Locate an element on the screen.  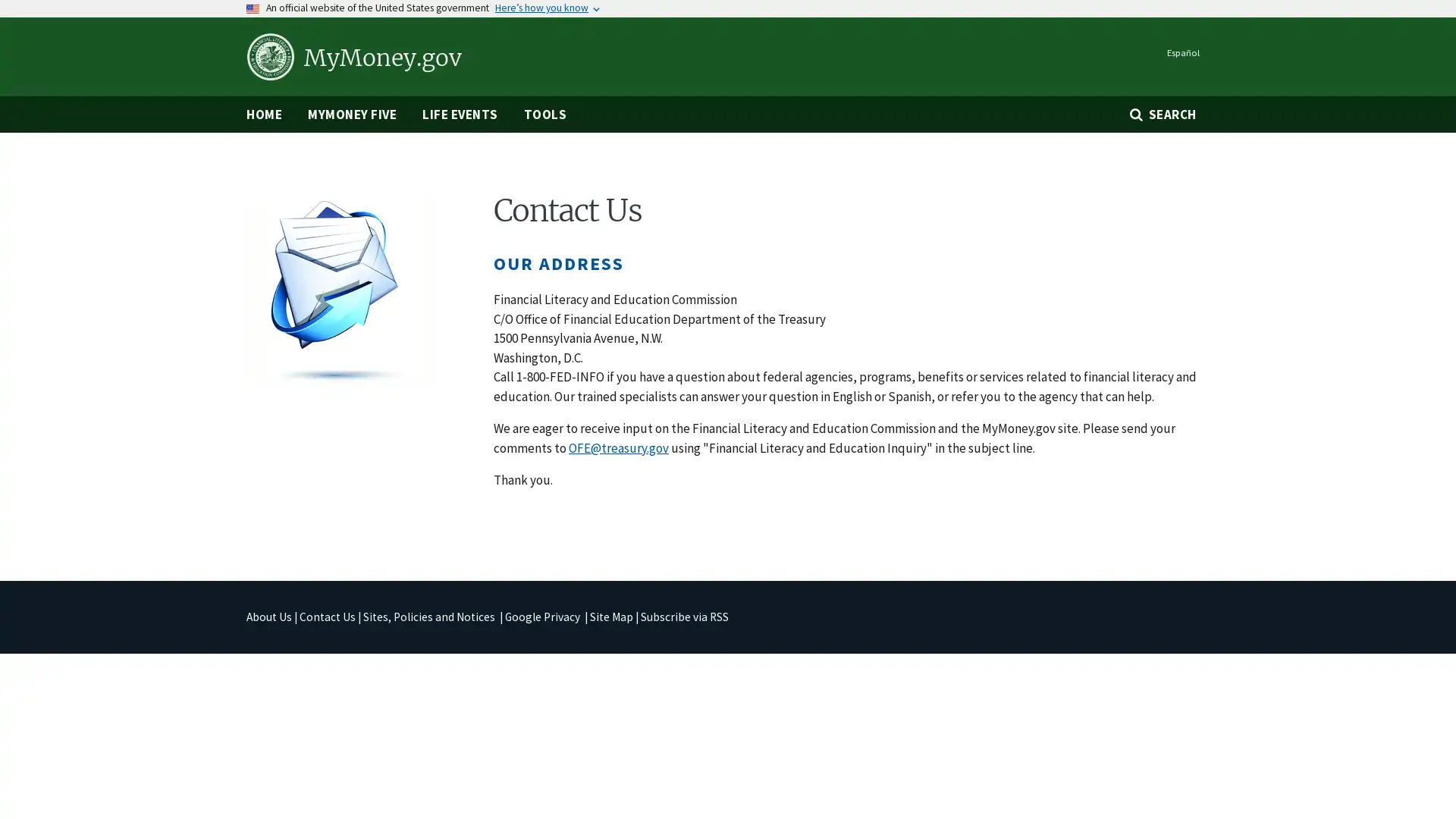
SEARCH is located at coordinates (1164, 113).